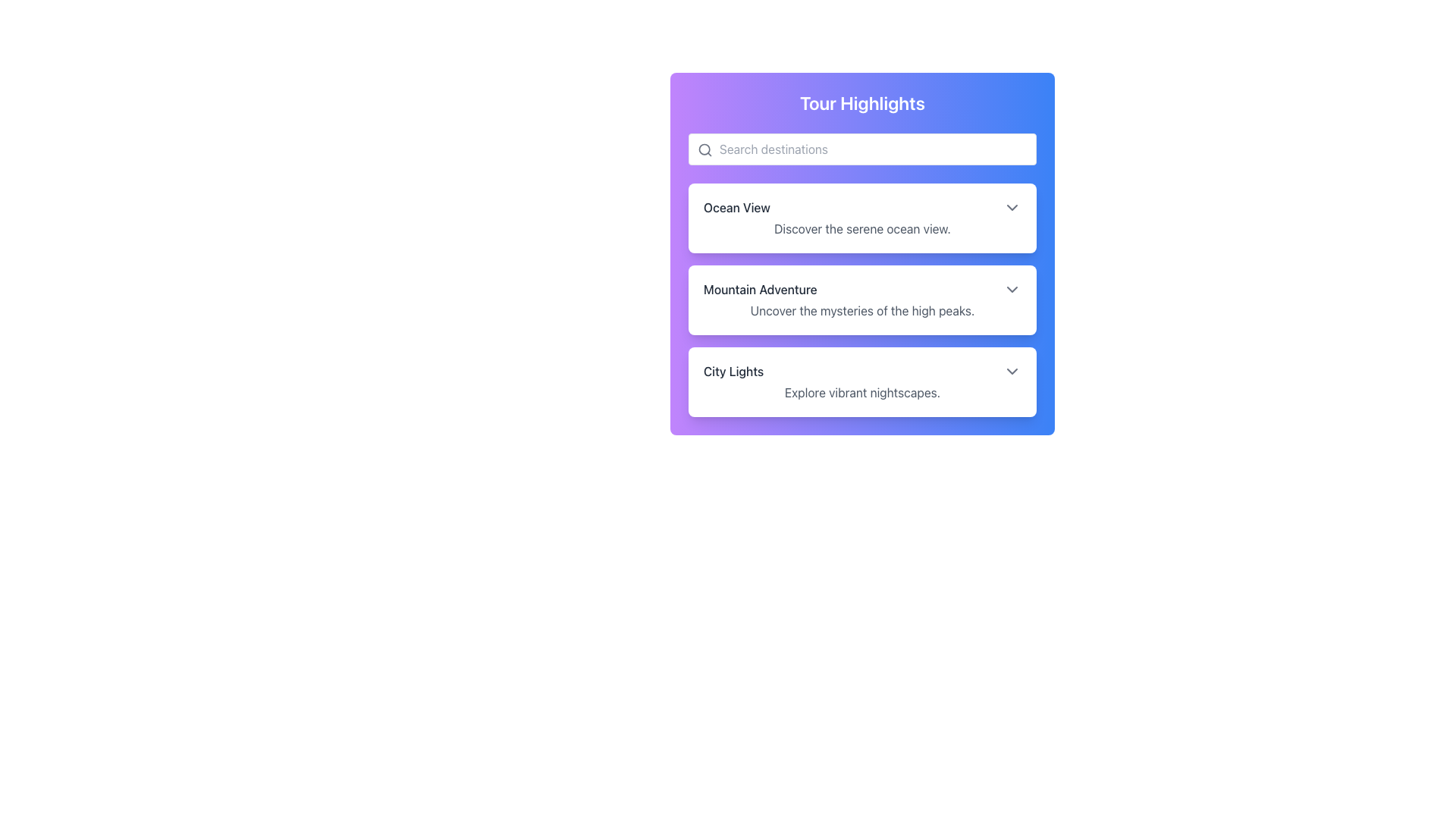 Image resolution: width=1456 pixels, height=819 pixels. Describe the element at coordinates (704, 149) in the screenshot. I see `the SVG Circle element that represents the circular lens of the search icon, located within the search bar to the left of the text input area` at that location.